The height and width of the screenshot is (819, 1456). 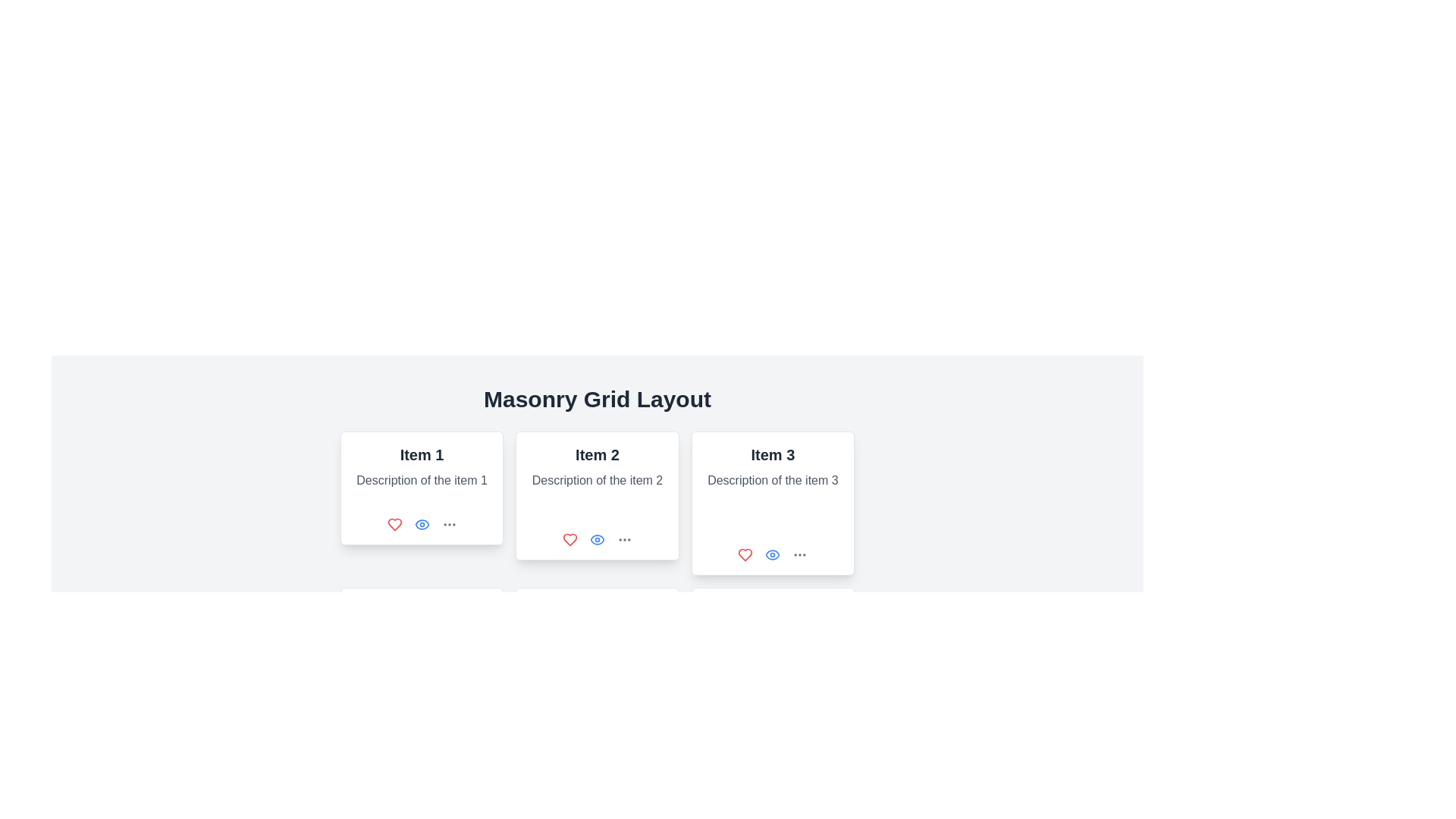 I want to click on the text display element titled 'Item 2', which is prominently styled in bold and large dark gray font, located at the top of the second tile, so click(x=596, y=454).